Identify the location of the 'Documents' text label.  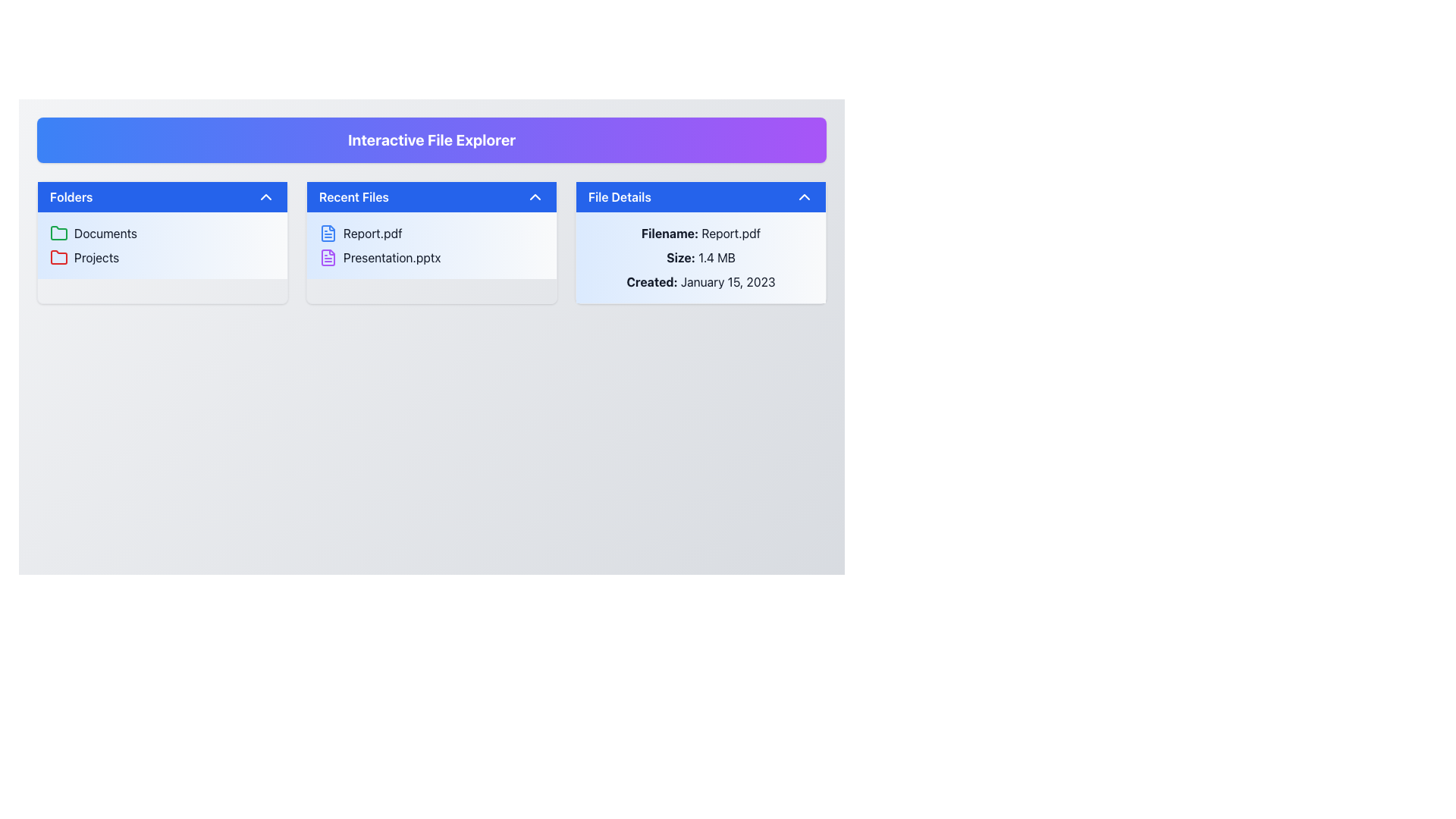
(105, 234).